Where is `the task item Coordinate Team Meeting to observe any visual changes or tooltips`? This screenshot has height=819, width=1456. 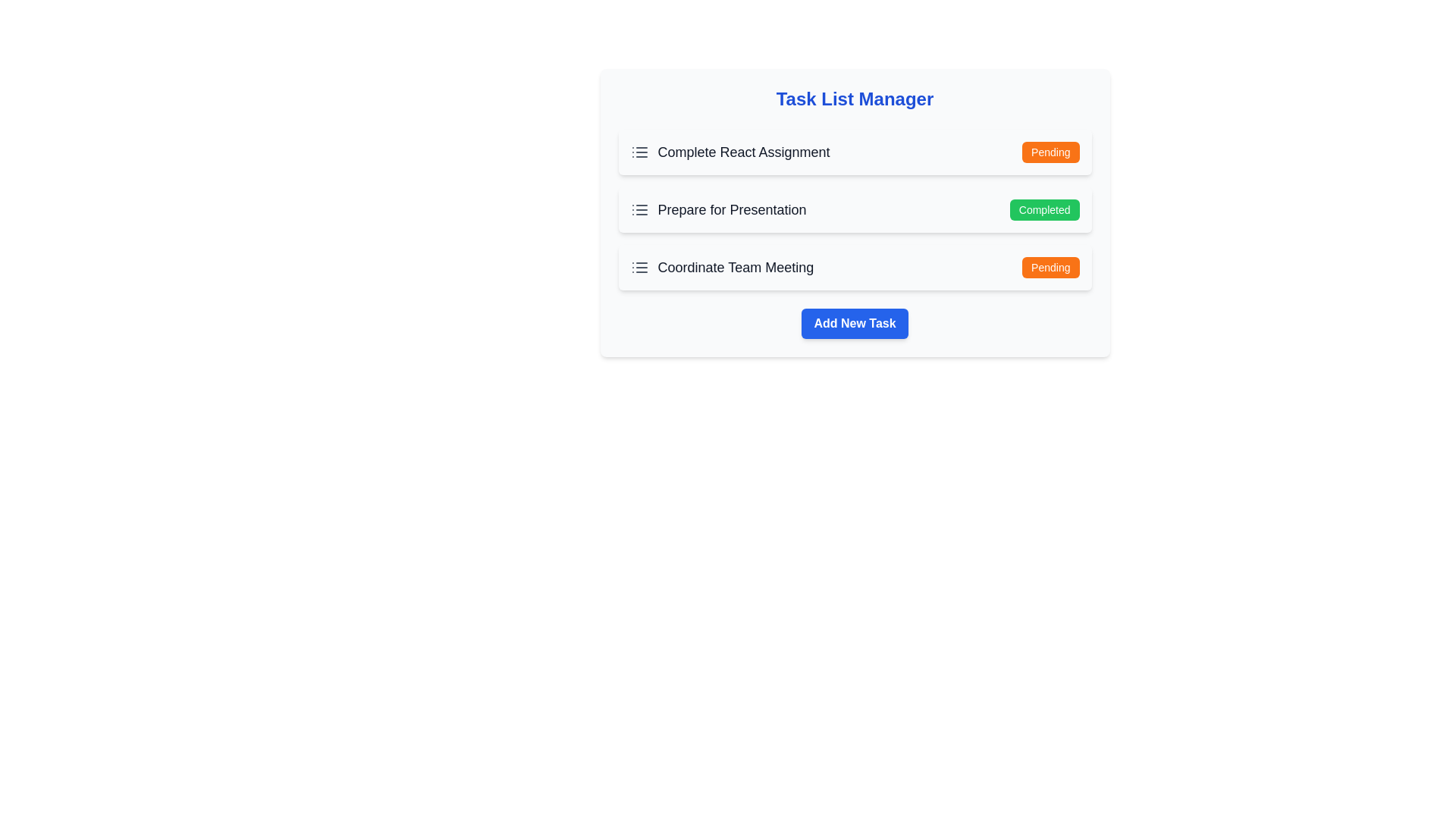 the task item Coordinate Team Meeting to observe any visual changes or tooltips is located at coordinates (720, 267).